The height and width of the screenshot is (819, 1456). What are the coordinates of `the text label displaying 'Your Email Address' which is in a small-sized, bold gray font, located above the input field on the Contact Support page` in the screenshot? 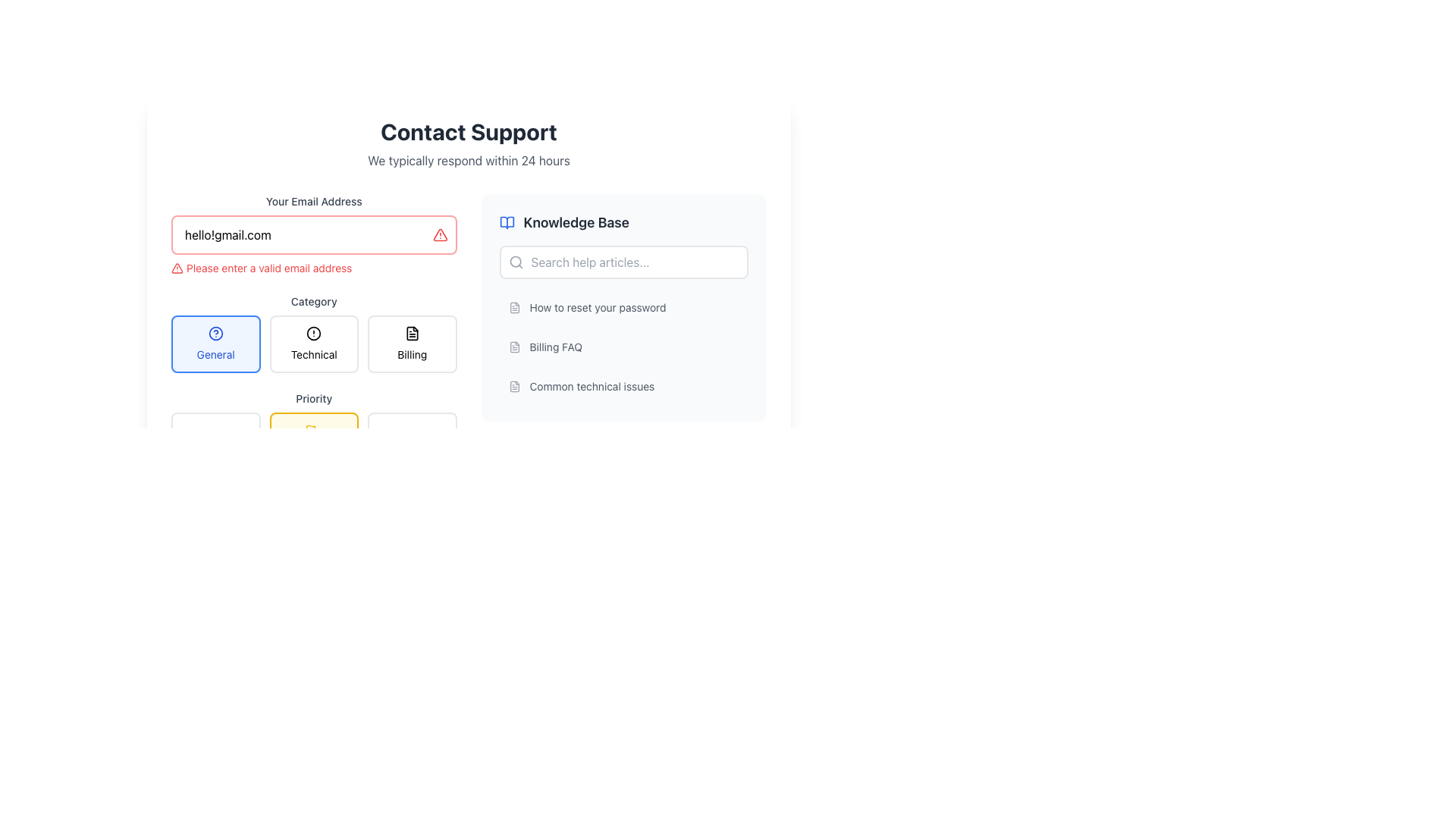 It's located at (313, 201).